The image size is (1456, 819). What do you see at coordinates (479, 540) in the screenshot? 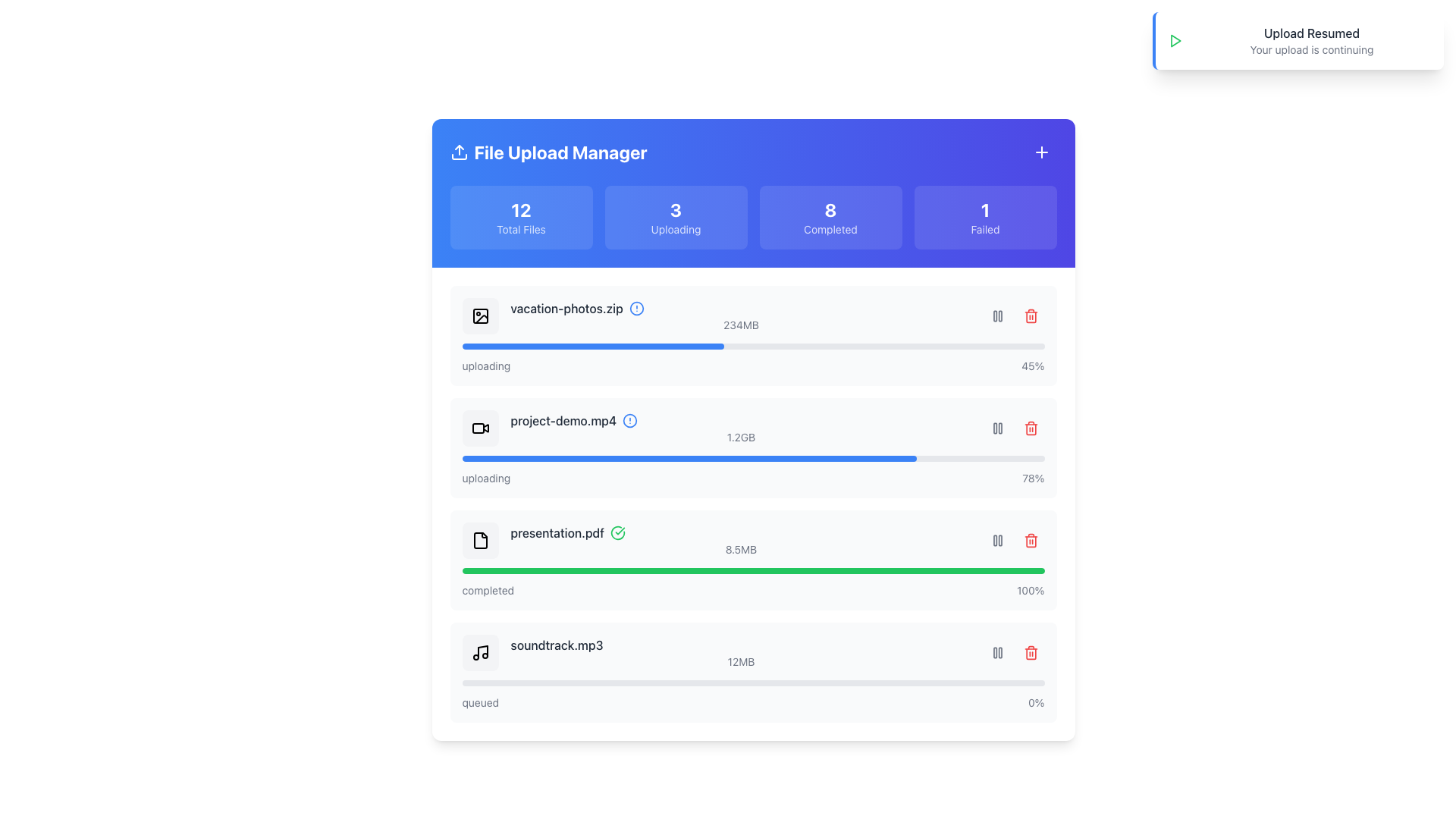
I see `the file icon representing 'presentation.pdf', which is located within a gray, rounded rectangle to the left of the file name in the 'File Upload Manager'` at bounding box center [479, 540].